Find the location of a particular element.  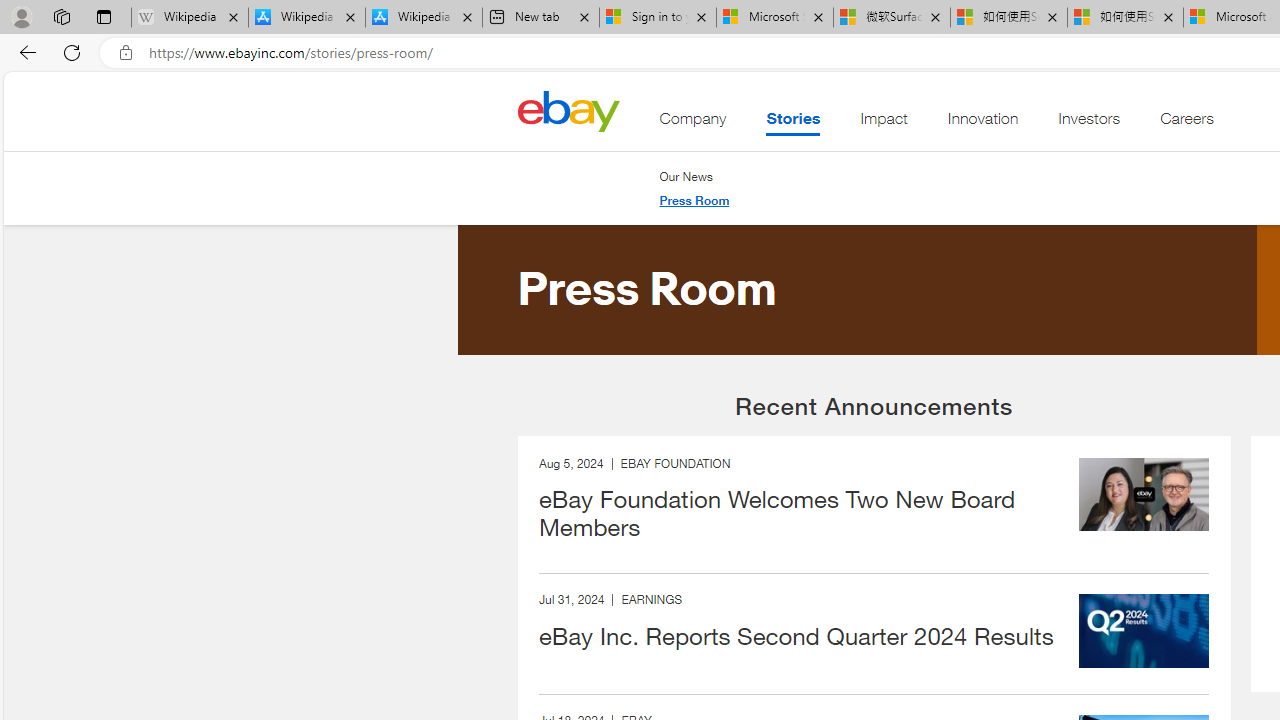

'Investors' is located at coordinates (1088, 123).